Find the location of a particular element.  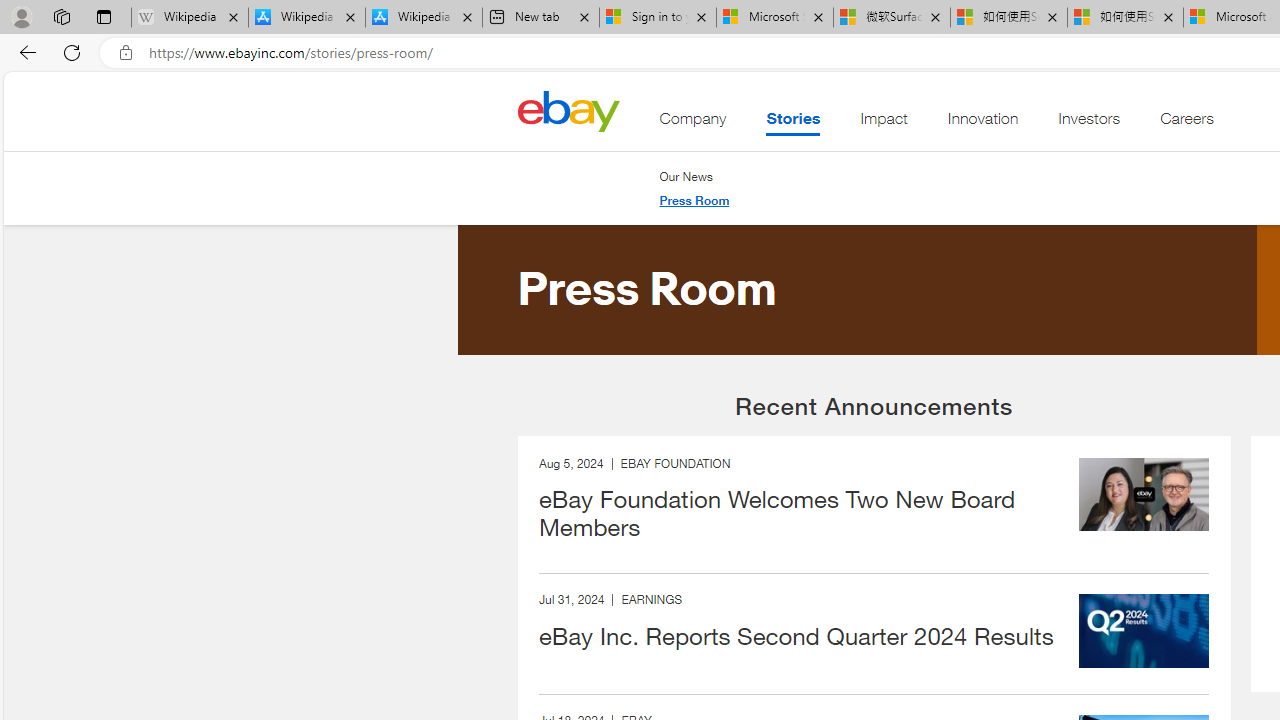

'Investors' is located at coordinates (1088, 123).